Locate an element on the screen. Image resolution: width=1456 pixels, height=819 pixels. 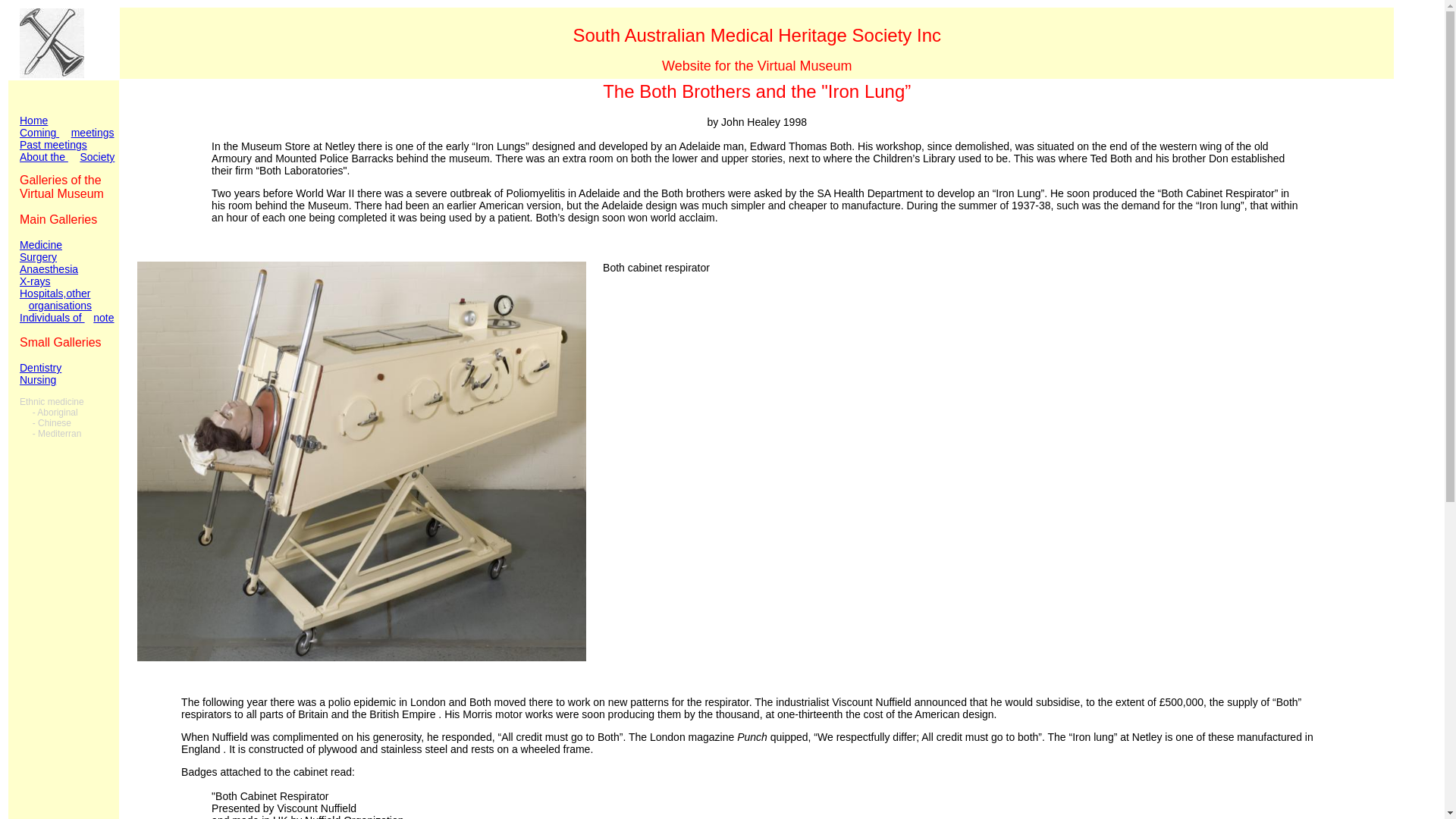
'X-rays' is located at coordinates (35, 281).